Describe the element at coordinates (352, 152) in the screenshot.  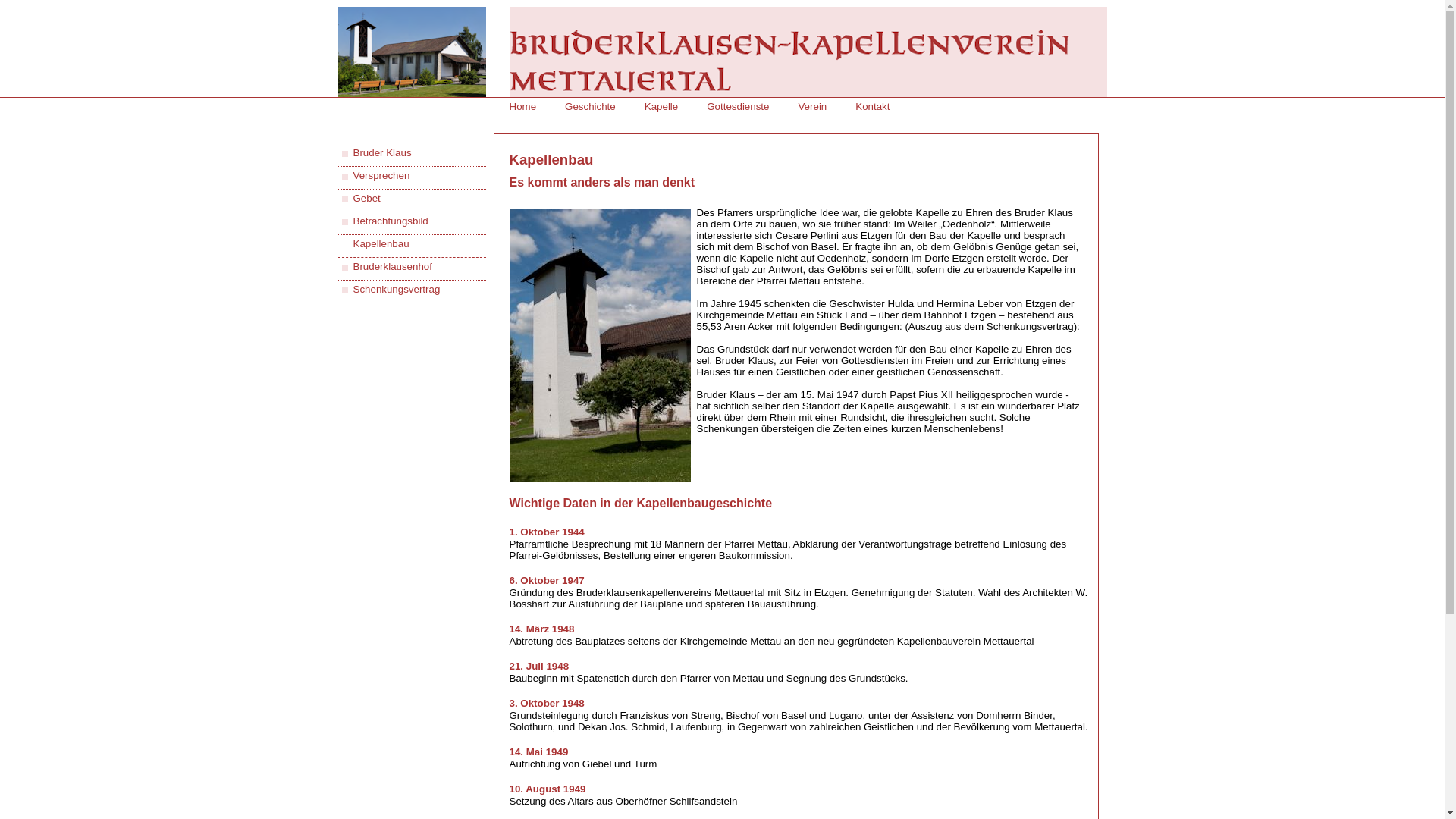
I see `'Bruder Klaus'` at that location.